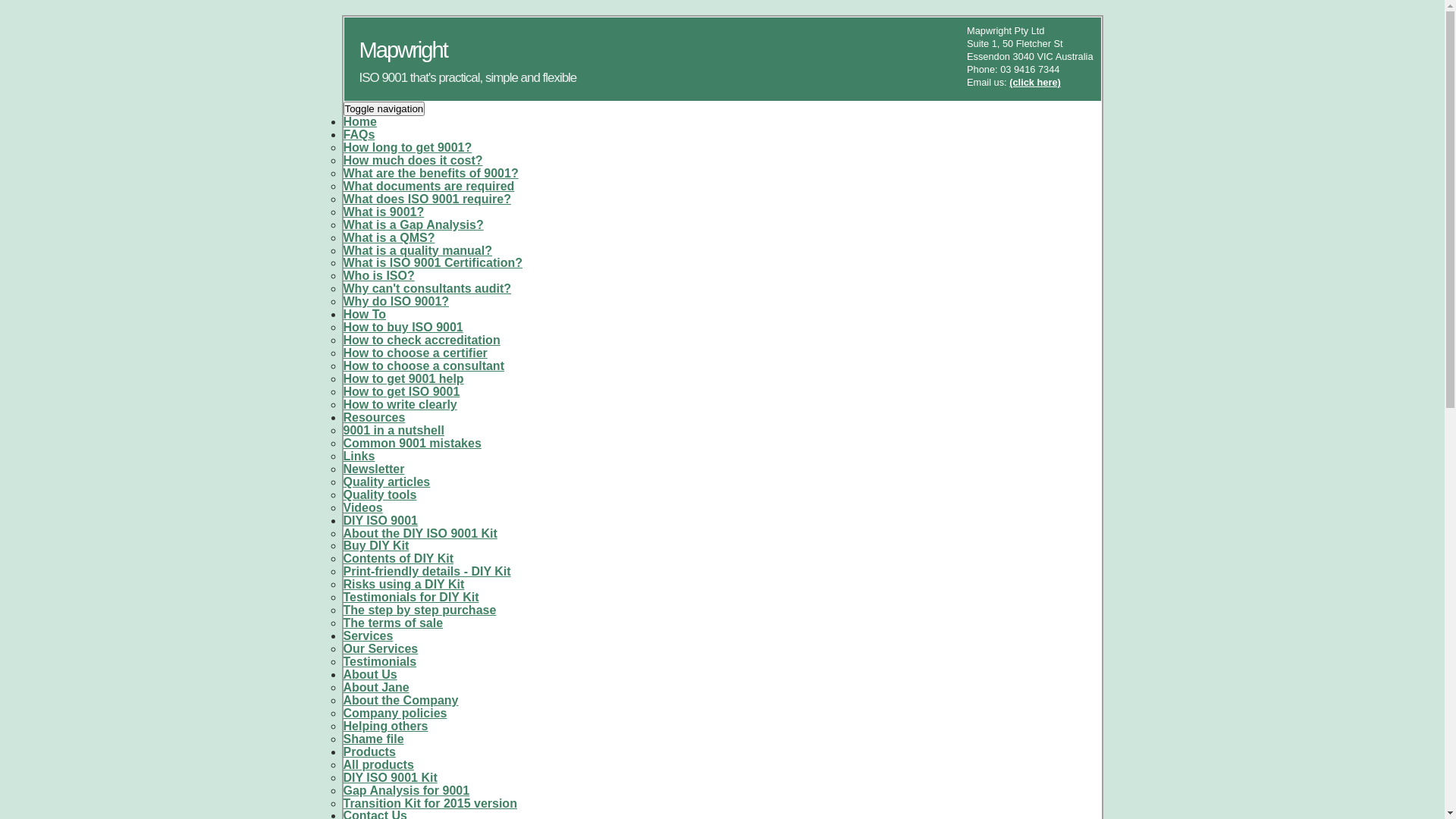 The height and width of the screenshot is (819, 1456). I want to click on 'About the Company', so click(400, 700).